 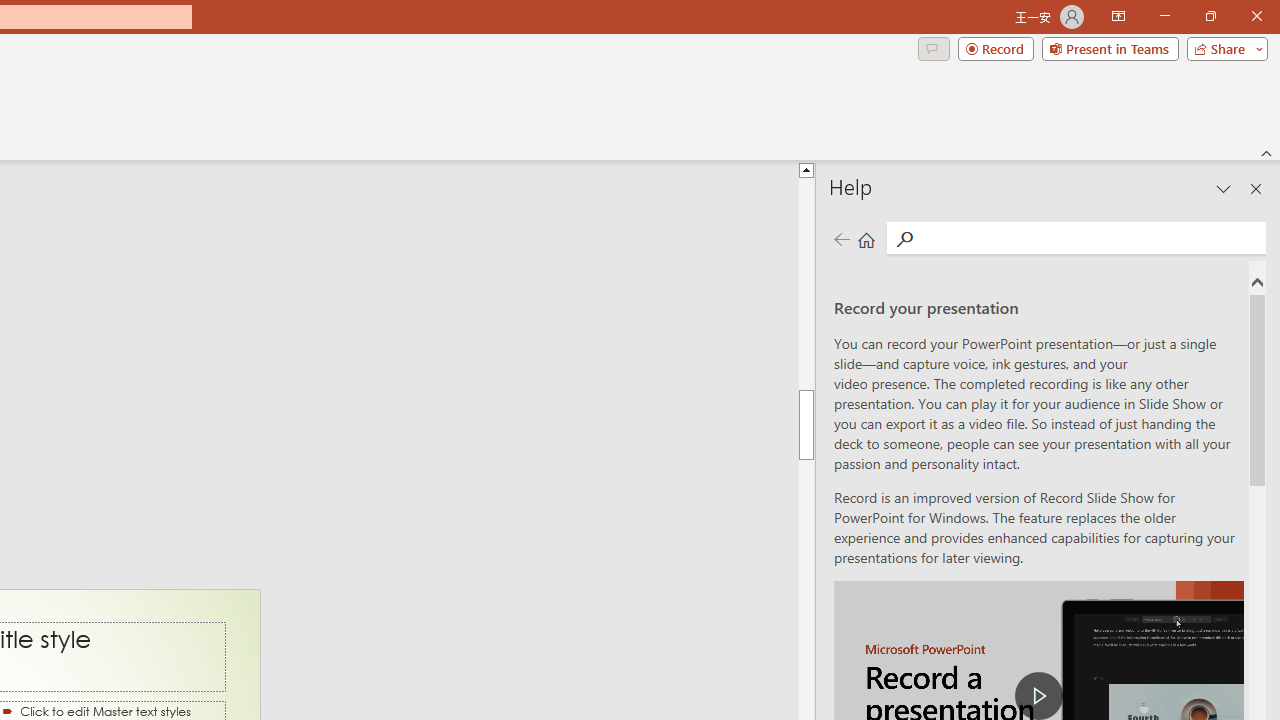 What do you see at coordinates (903, 238) in the screenshot?
I see `'Search'` at bounding box center [903, 238].